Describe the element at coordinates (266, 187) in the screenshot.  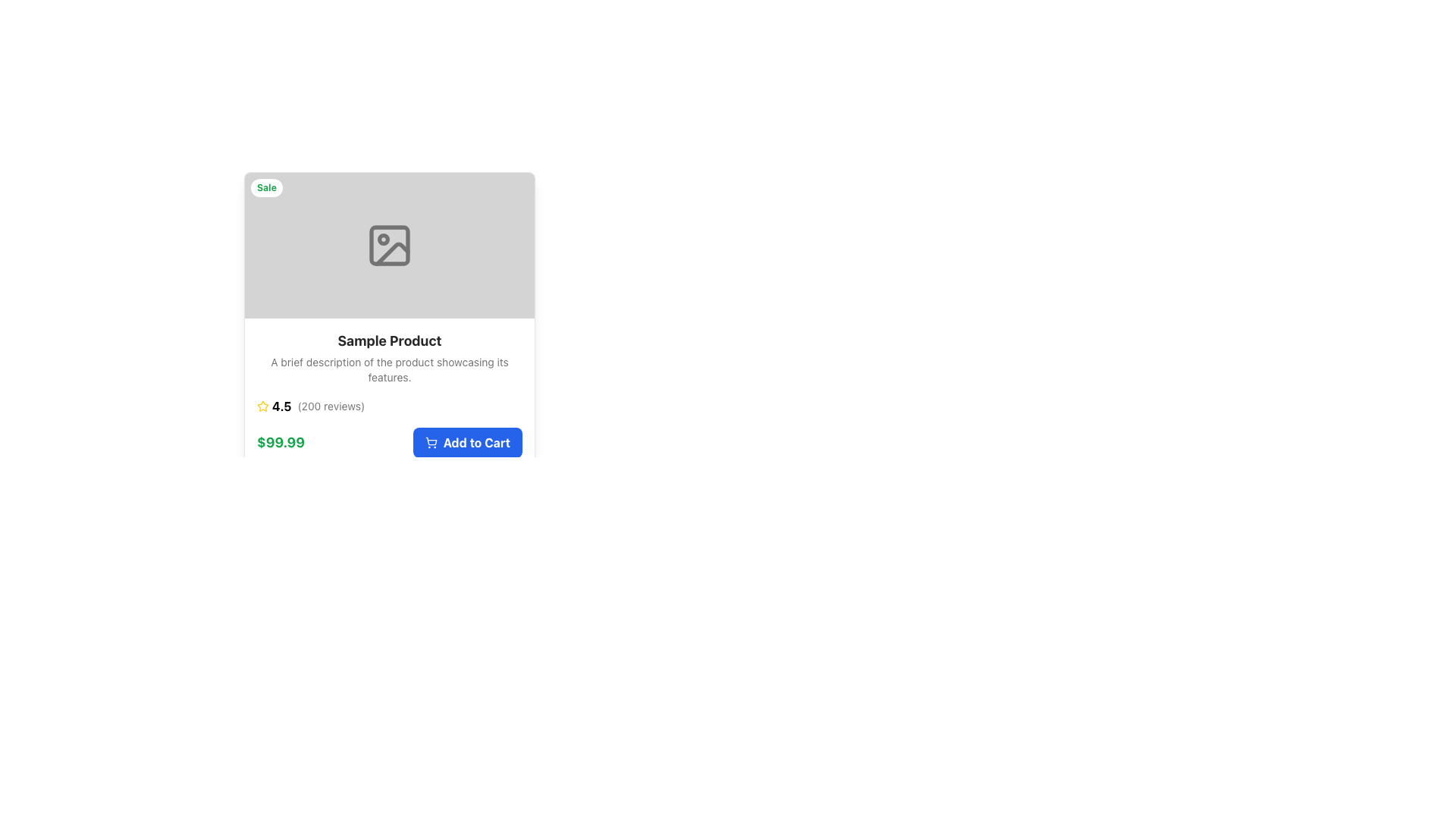
I see `the small, rounded white badge with 'Sale' written in bold, green font, located at the top-left corner of the product display card` at that location.